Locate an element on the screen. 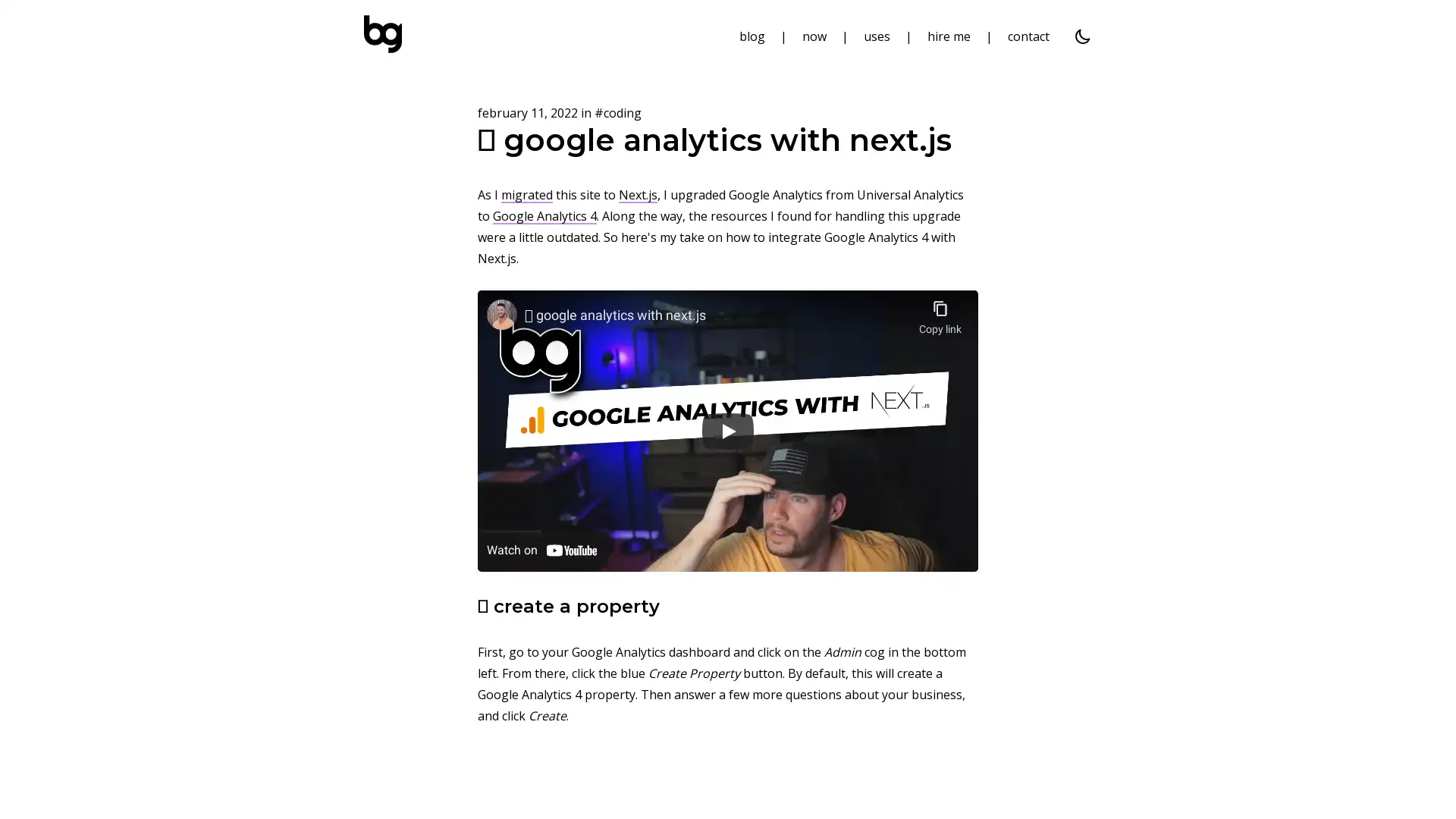 The width and height of the screenshot is (1456, 819). dark is located at coordinates (1082, 34).